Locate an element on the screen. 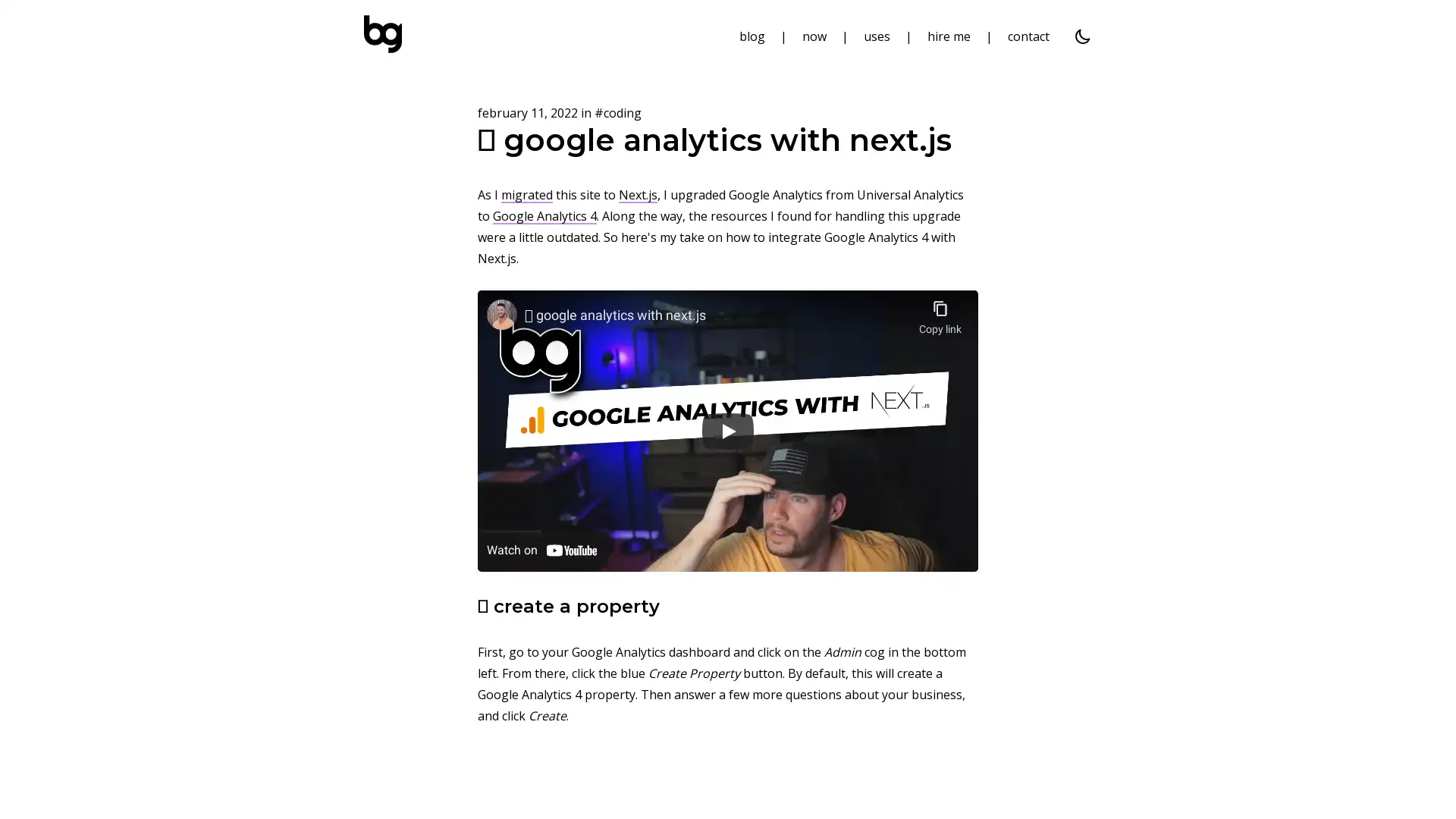 The width and height of the screenshot is (1456, 819). dark is located at coordinates (1082, 34).